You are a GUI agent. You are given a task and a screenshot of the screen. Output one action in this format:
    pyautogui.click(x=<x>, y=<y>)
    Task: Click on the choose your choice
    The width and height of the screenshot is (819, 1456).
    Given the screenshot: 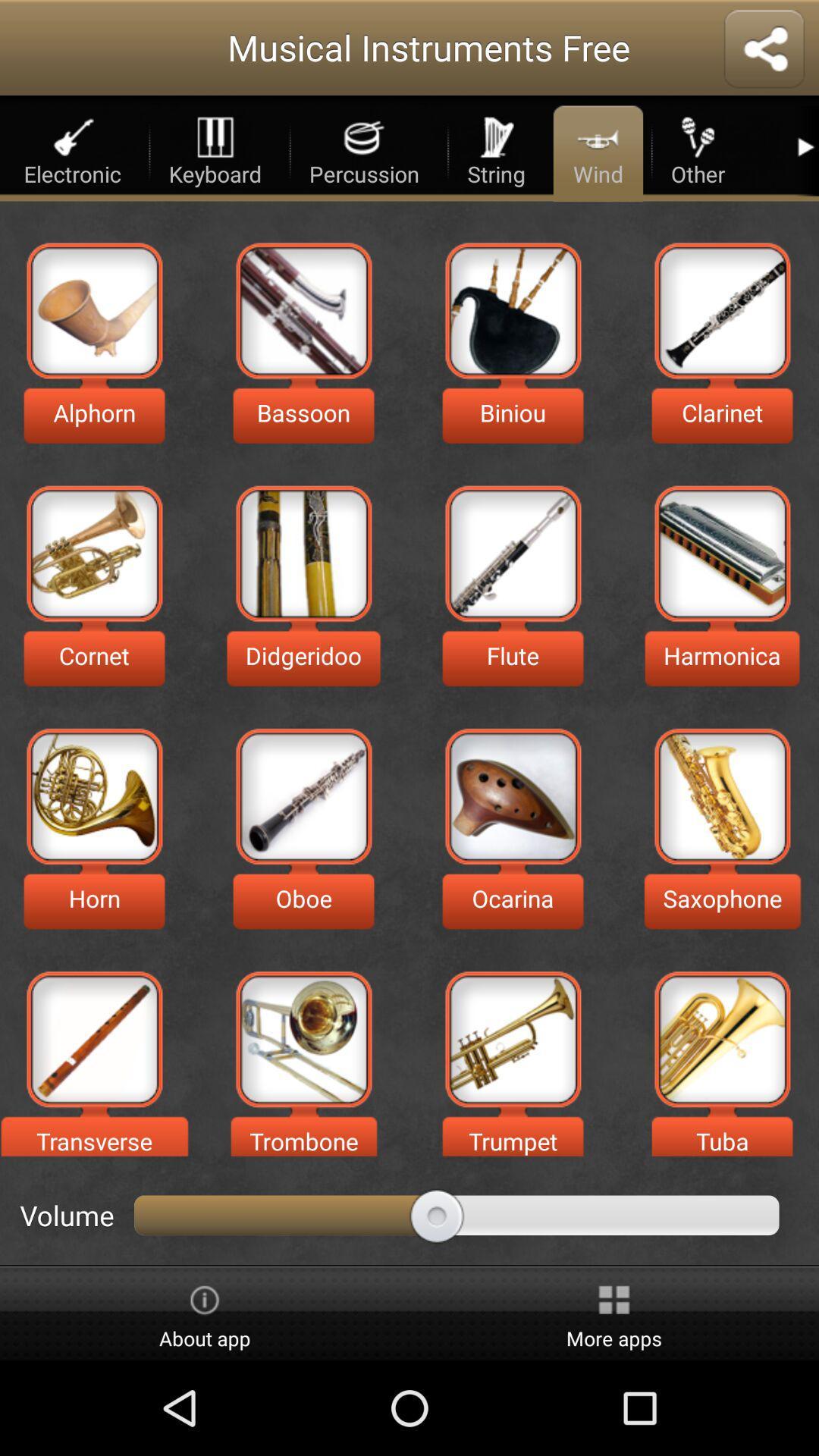 What is the action you would take?
    pyautogui.click(x=303, y=553)
    